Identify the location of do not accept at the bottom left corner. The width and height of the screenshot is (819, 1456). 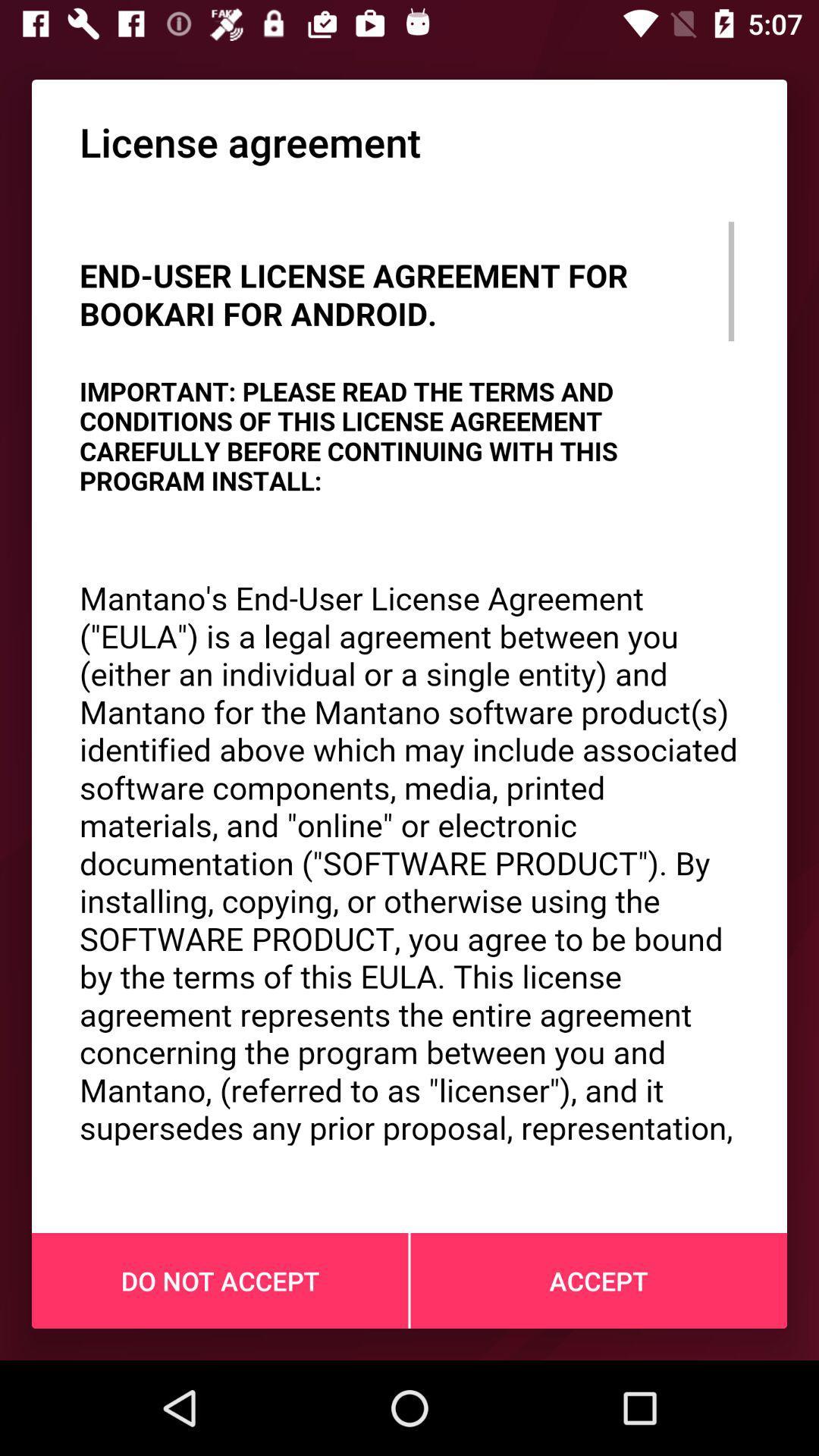
(220, 1280).